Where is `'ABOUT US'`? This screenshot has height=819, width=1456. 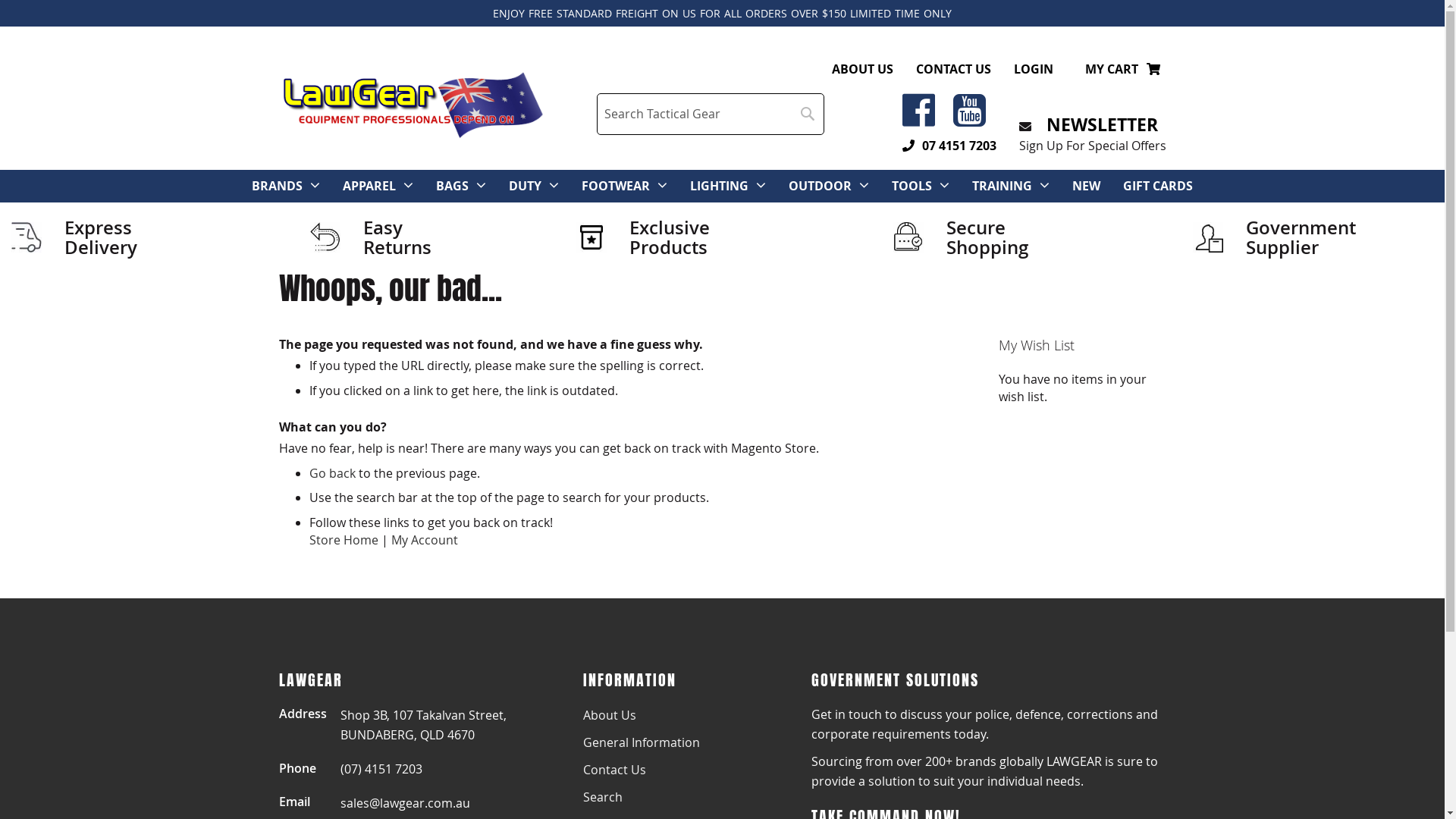
'ABOUT US' is located at coordinates (861, 69).